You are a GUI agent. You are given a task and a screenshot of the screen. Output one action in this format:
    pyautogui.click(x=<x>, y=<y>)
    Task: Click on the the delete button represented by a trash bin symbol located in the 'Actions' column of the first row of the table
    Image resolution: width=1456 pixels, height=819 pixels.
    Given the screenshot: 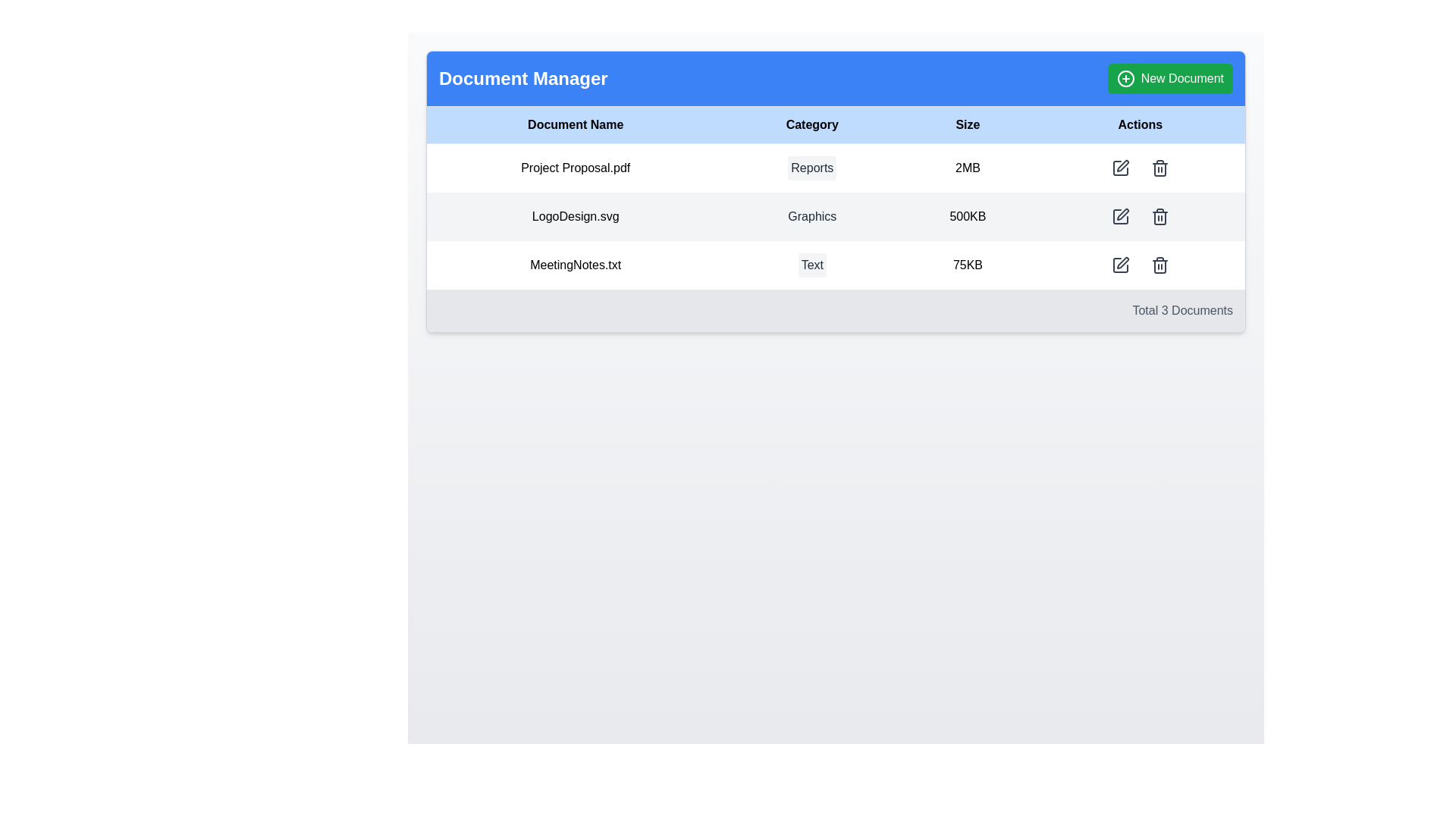 What is the action you would take?
    pyautogui.click(x=1159, y=168)
    